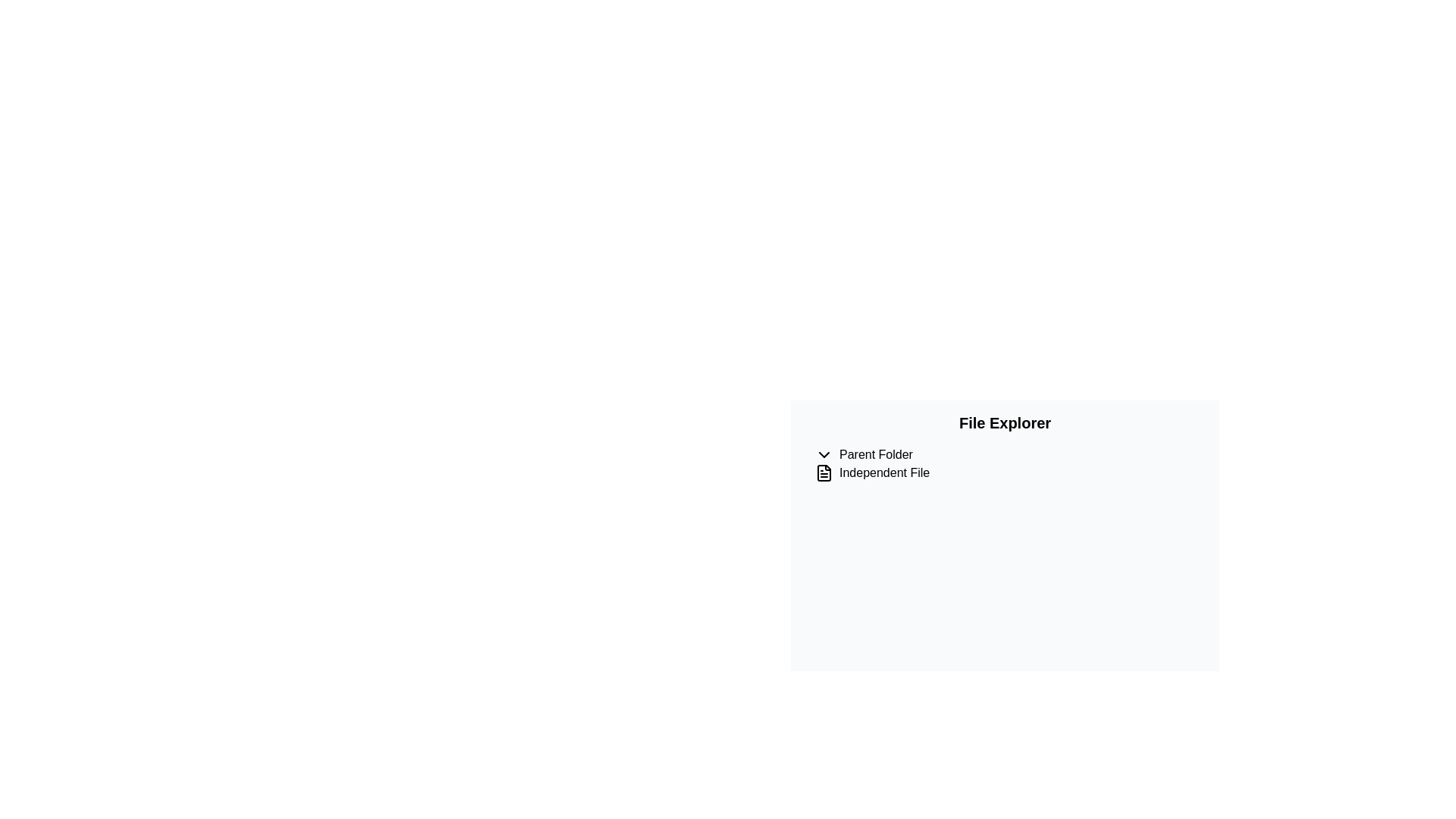 This screenshot has width=1456, height=819. Describe the element at coordinates (823, 472) in the screenshot. I see `the file icon resembling a document next to the text 'Independent File'` at that location.